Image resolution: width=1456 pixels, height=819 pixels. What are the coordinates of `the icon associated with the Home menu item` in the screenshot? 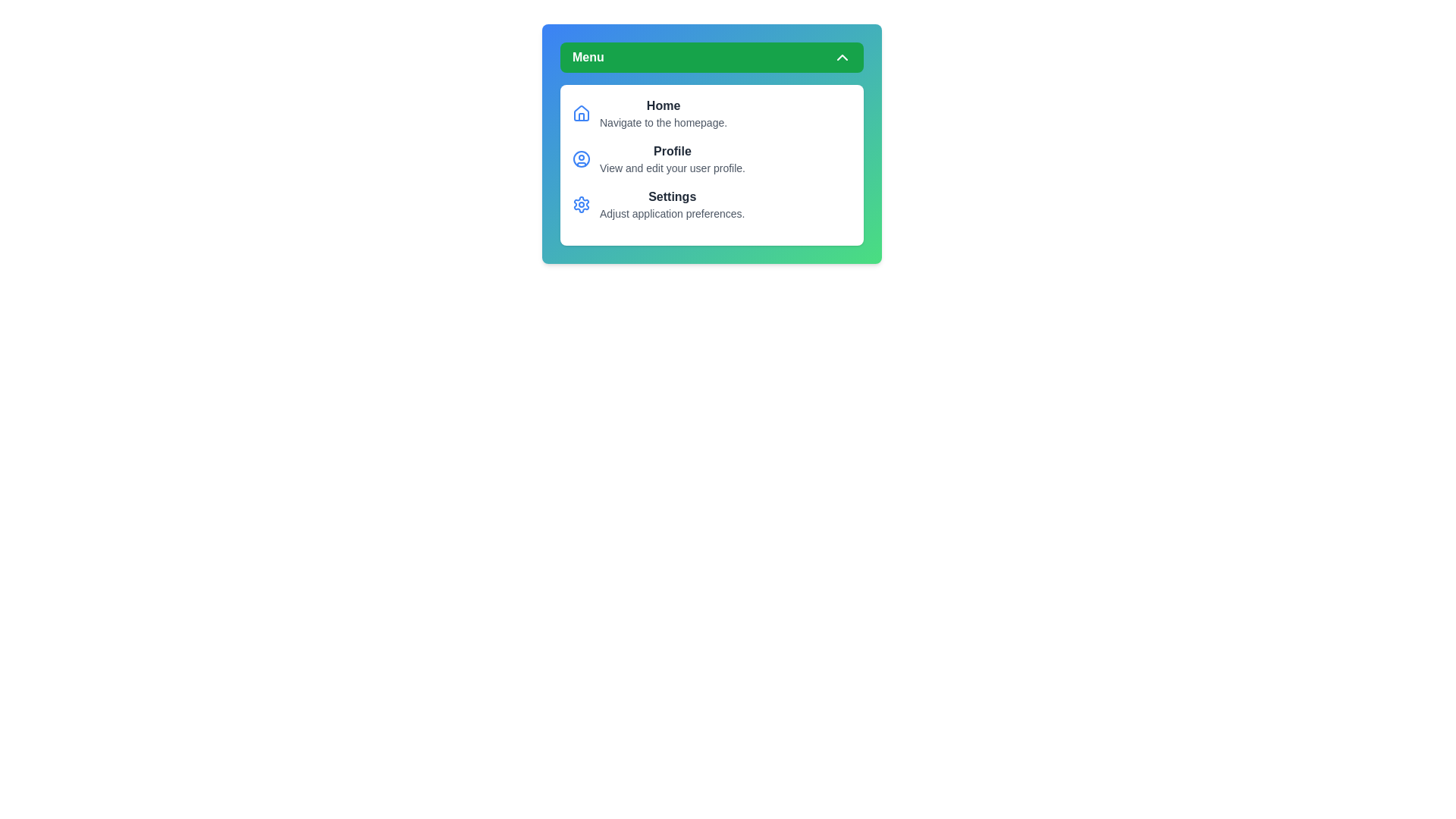 It's located at (581, 113).